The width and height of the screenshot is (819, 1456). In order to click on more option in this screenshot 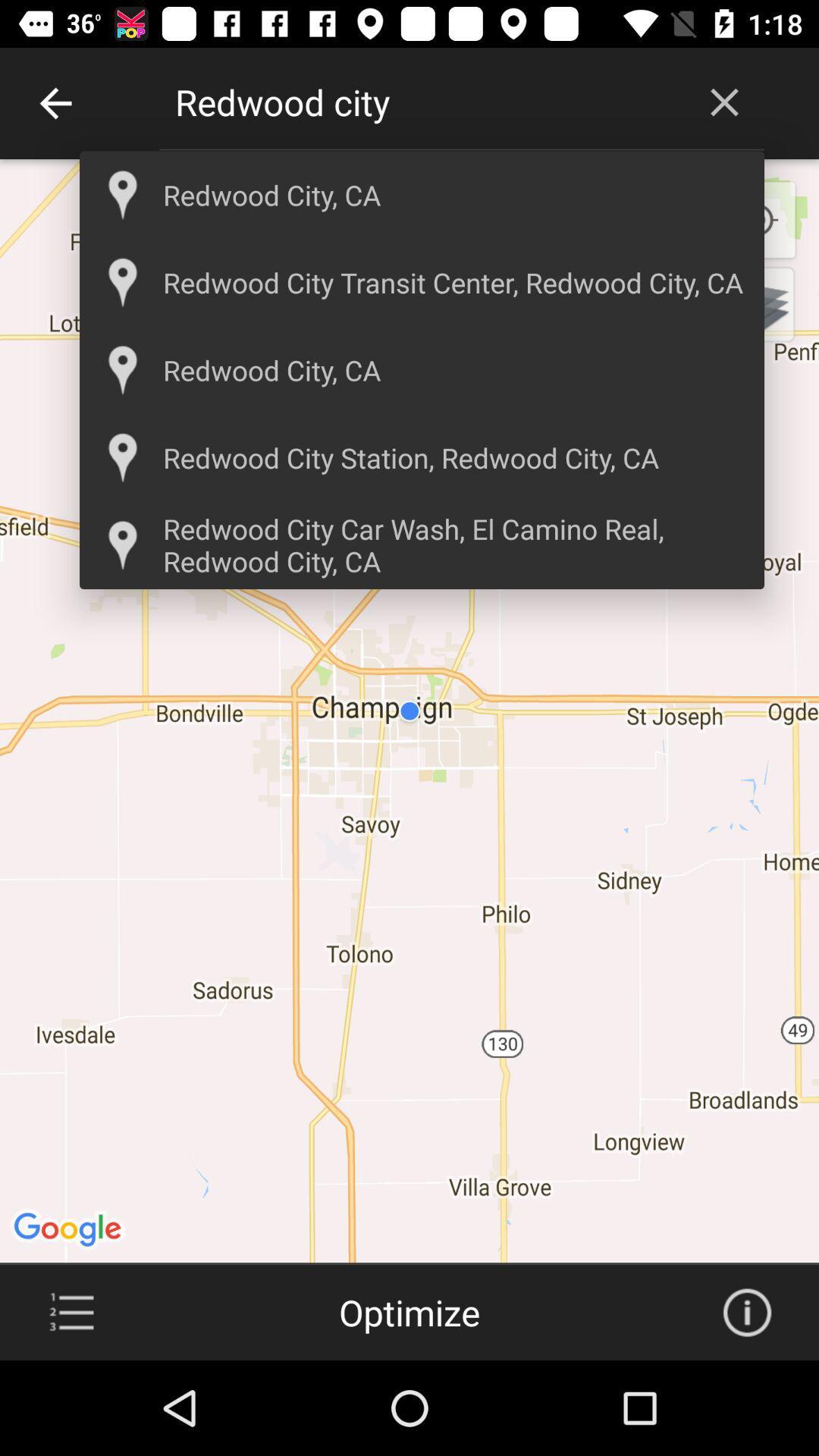, I will do `click(71, 1312)`.